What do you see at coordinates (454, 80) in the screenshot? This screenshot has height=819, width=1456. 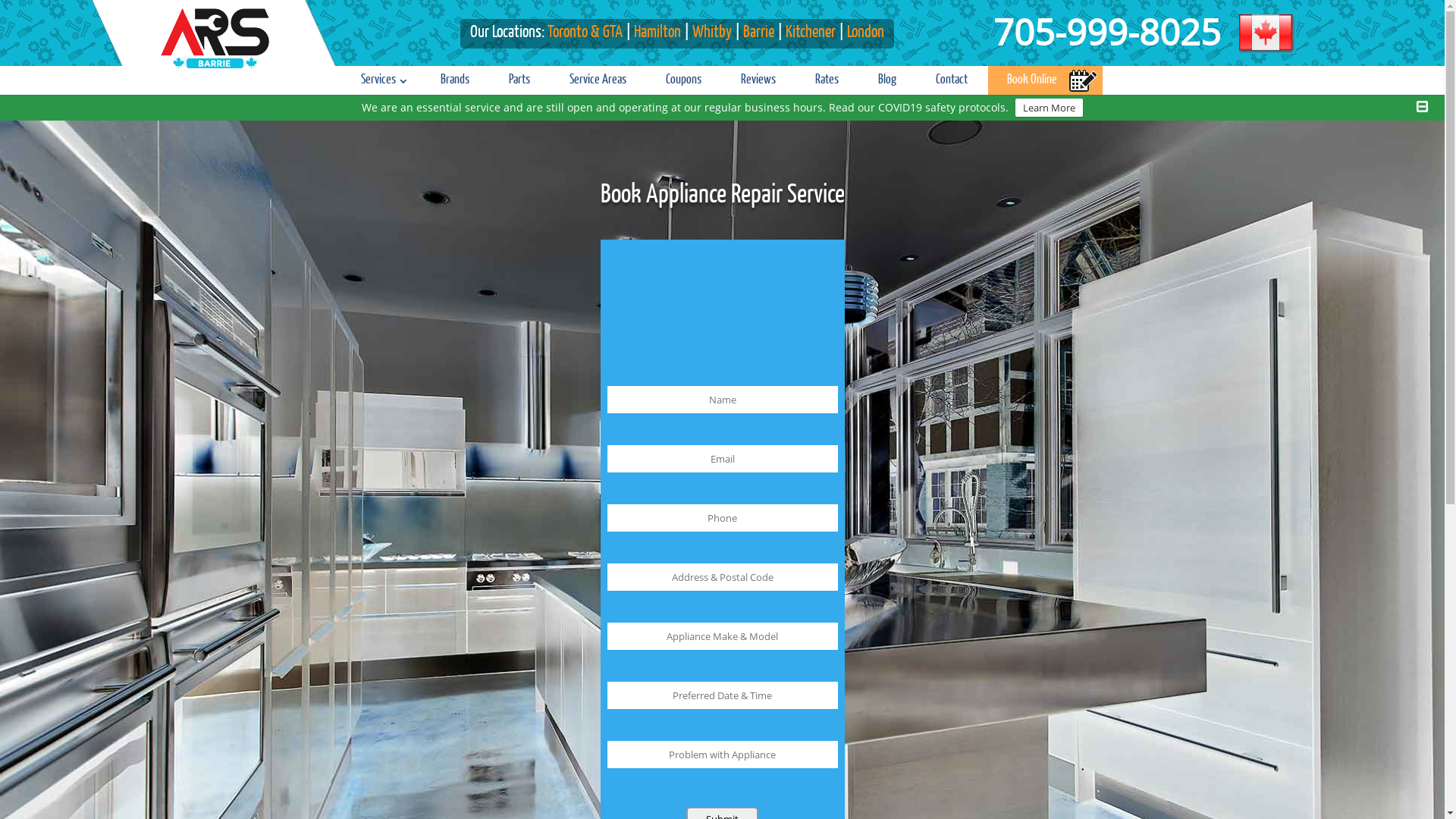 I see `'Brands'` at bounding box center [454, 80].